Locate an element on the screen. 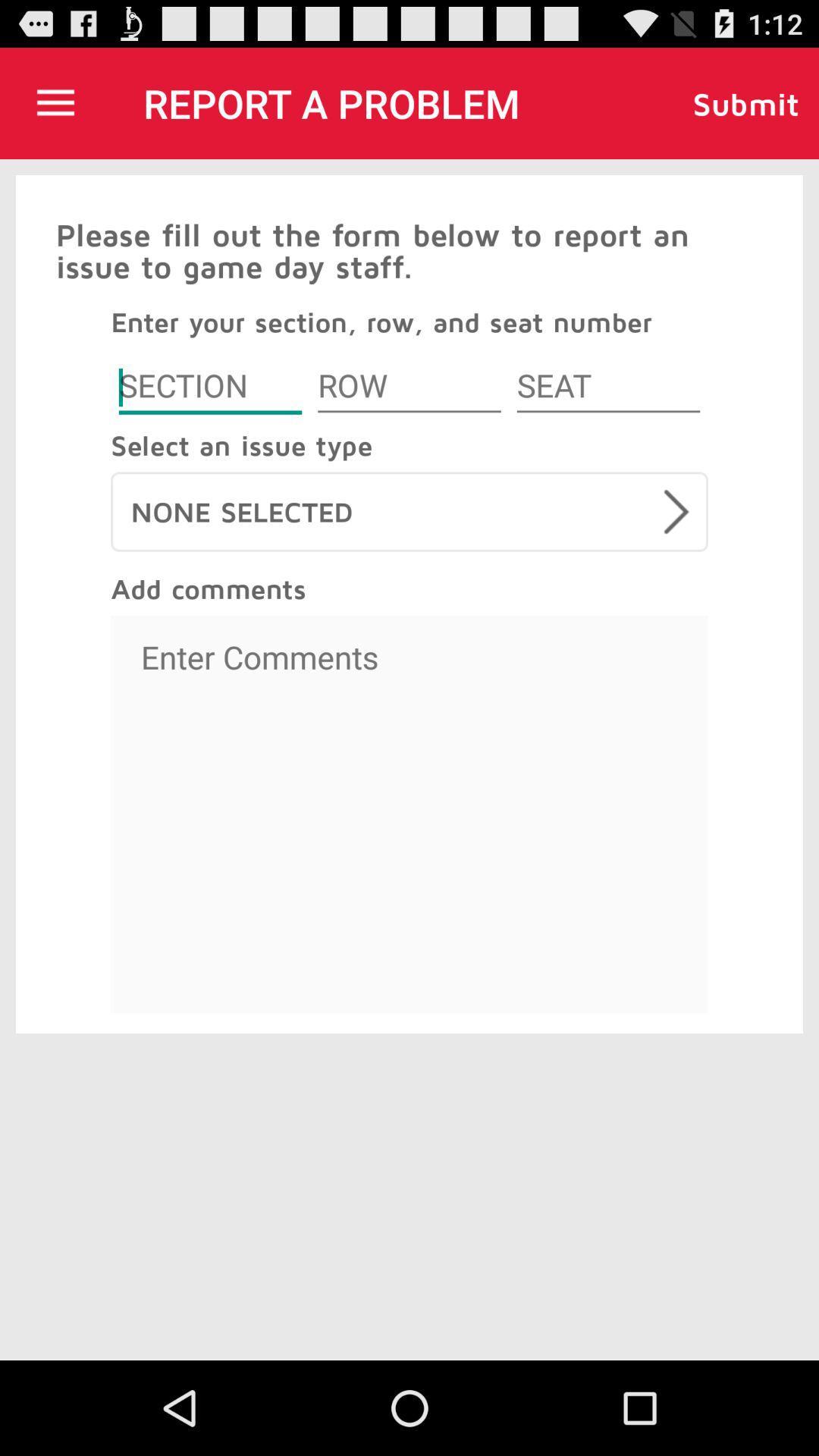 Image resolution: width=819 pixels, height=1456 pixels. comment box to add comment is located at coordinates (409, 814).